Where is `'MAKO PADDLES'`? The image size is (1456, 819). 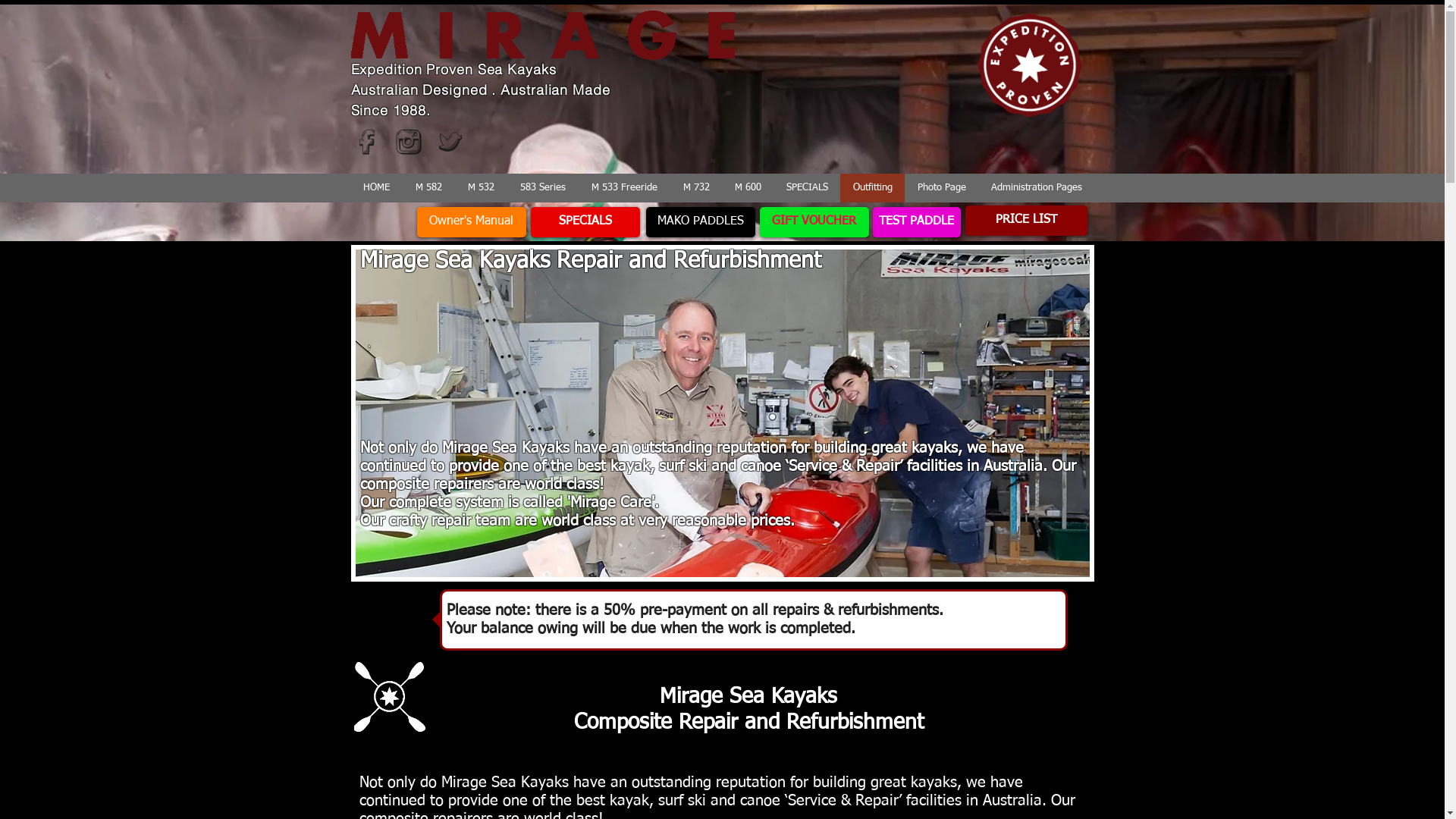 'MAKO PADDLES' is located at coordinates (700, 222).